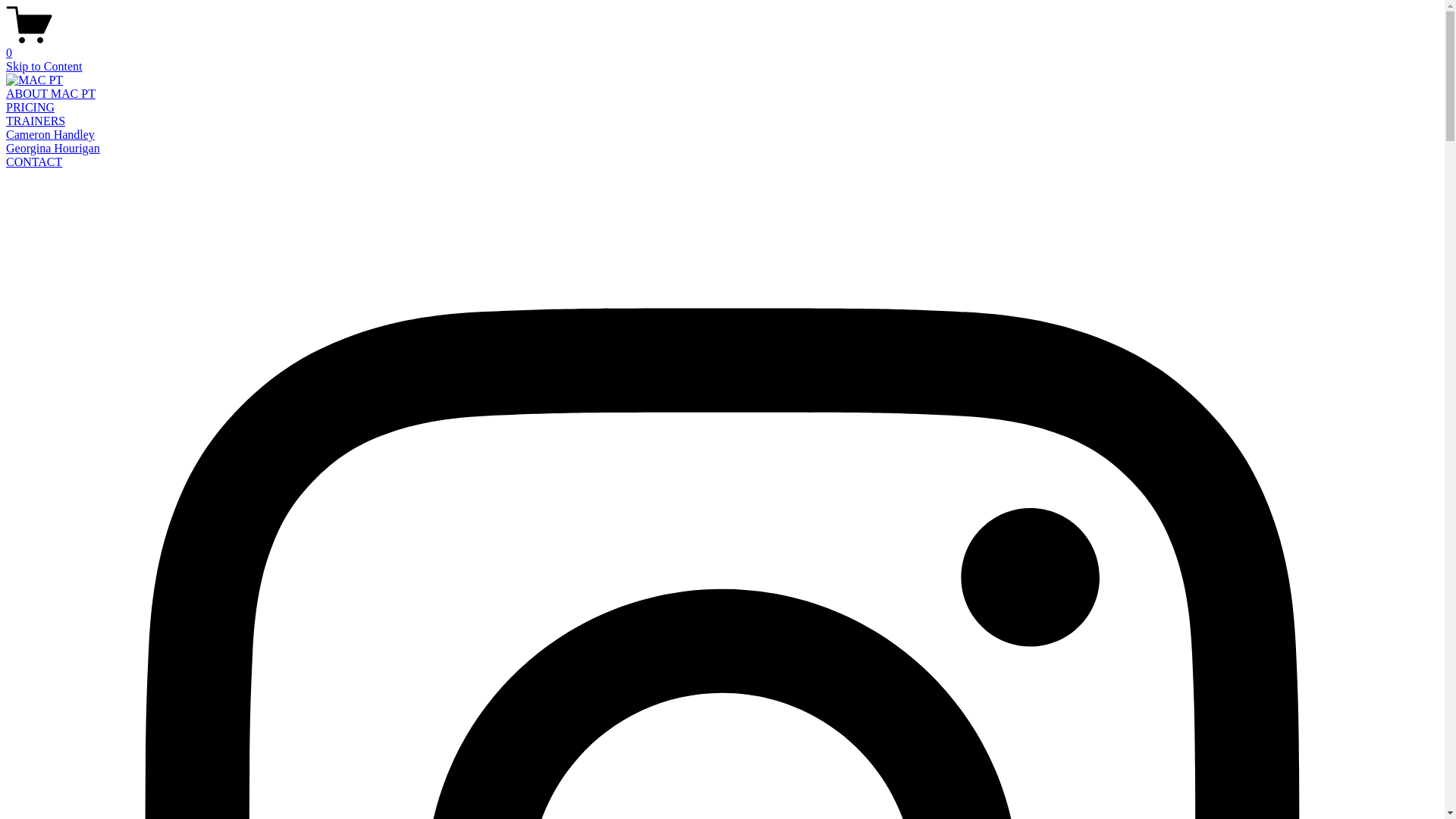 The height and width of the screenshot is (819, 1456). Describe the element at coordinates (6, 148) in the screenshot. I see `'Georgina Hourigan'` at that location.